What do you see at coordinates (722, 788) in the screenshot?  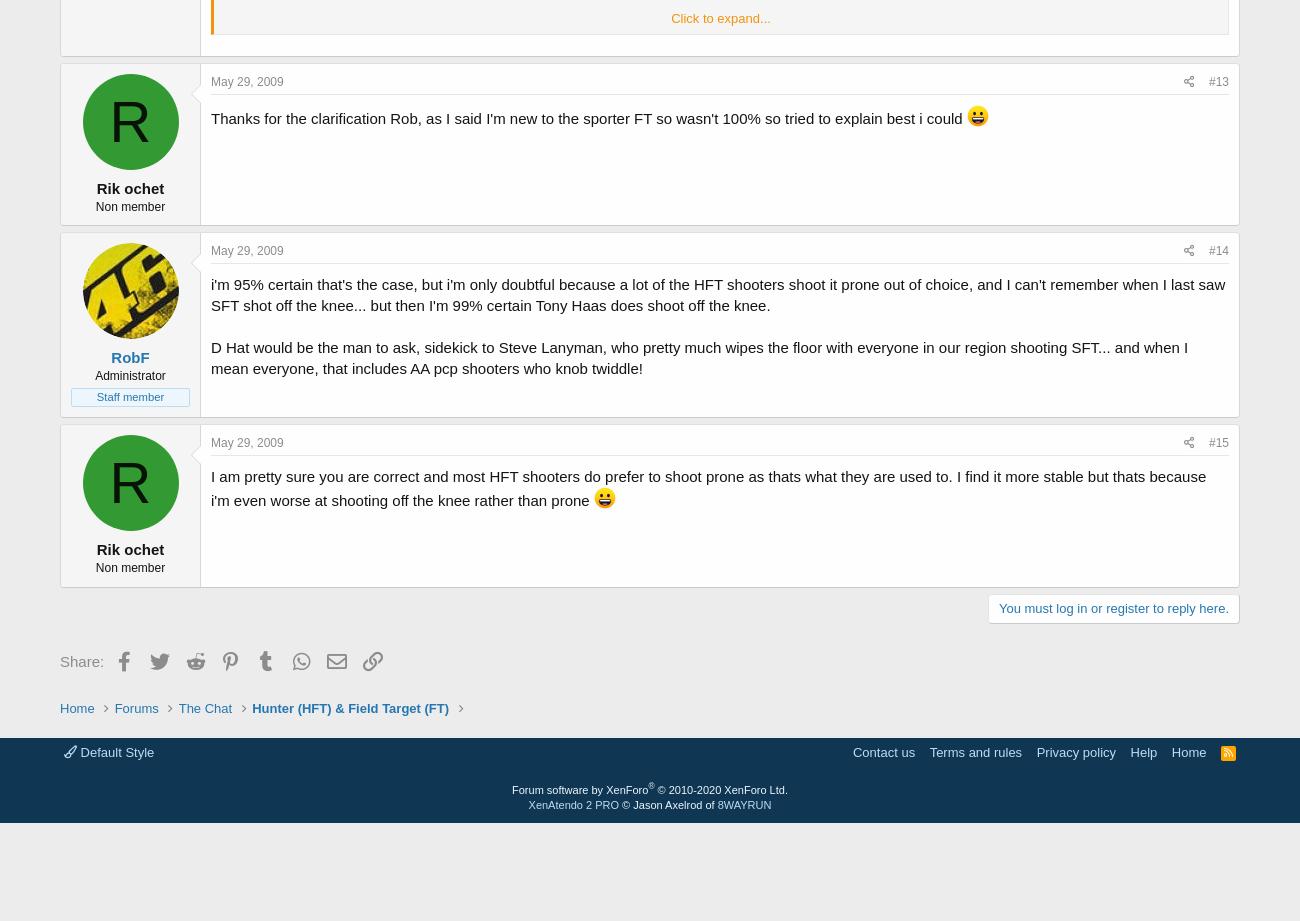 I see `'© 2010-2020 XenForo Ltd.'` at bounding box center [722, 788].